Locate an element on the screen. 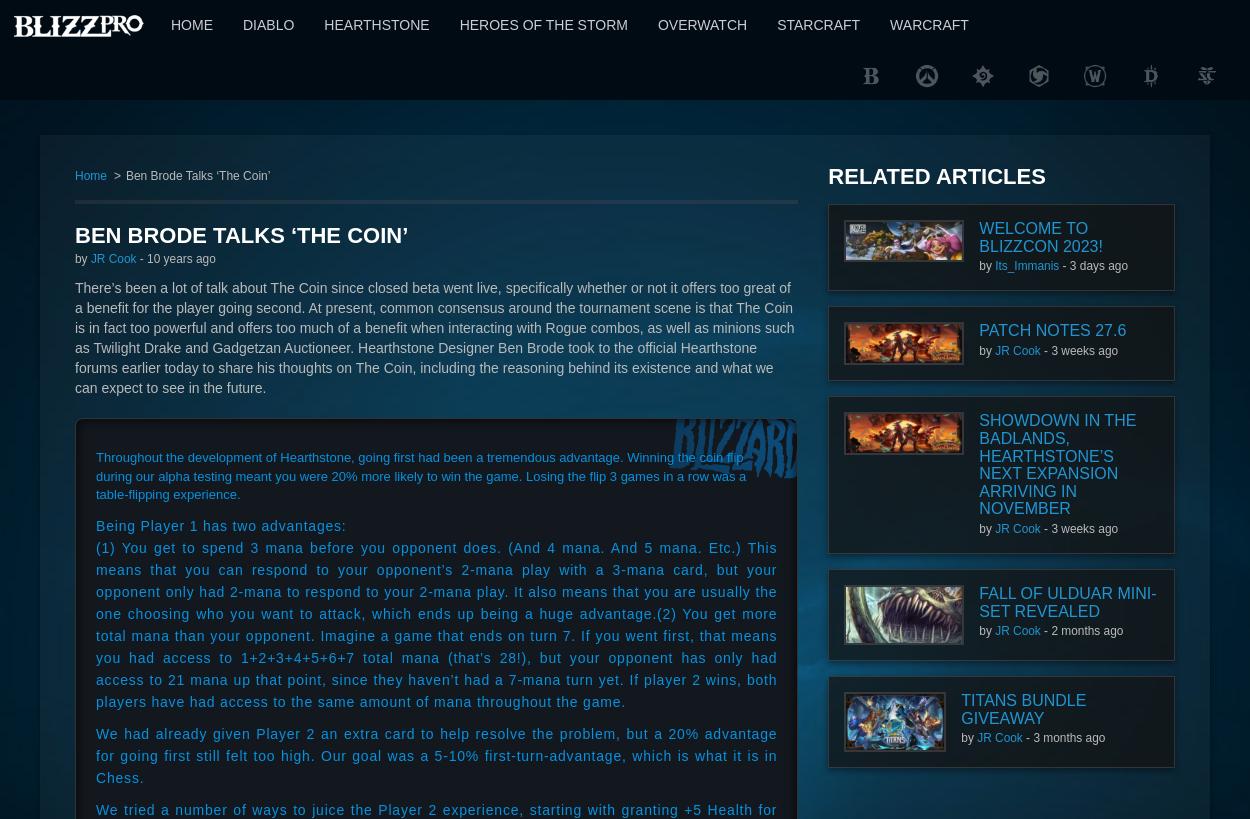 This screenshot has height=819, width=1250. '- 10 years ago' is located at coordinates (175, 257).